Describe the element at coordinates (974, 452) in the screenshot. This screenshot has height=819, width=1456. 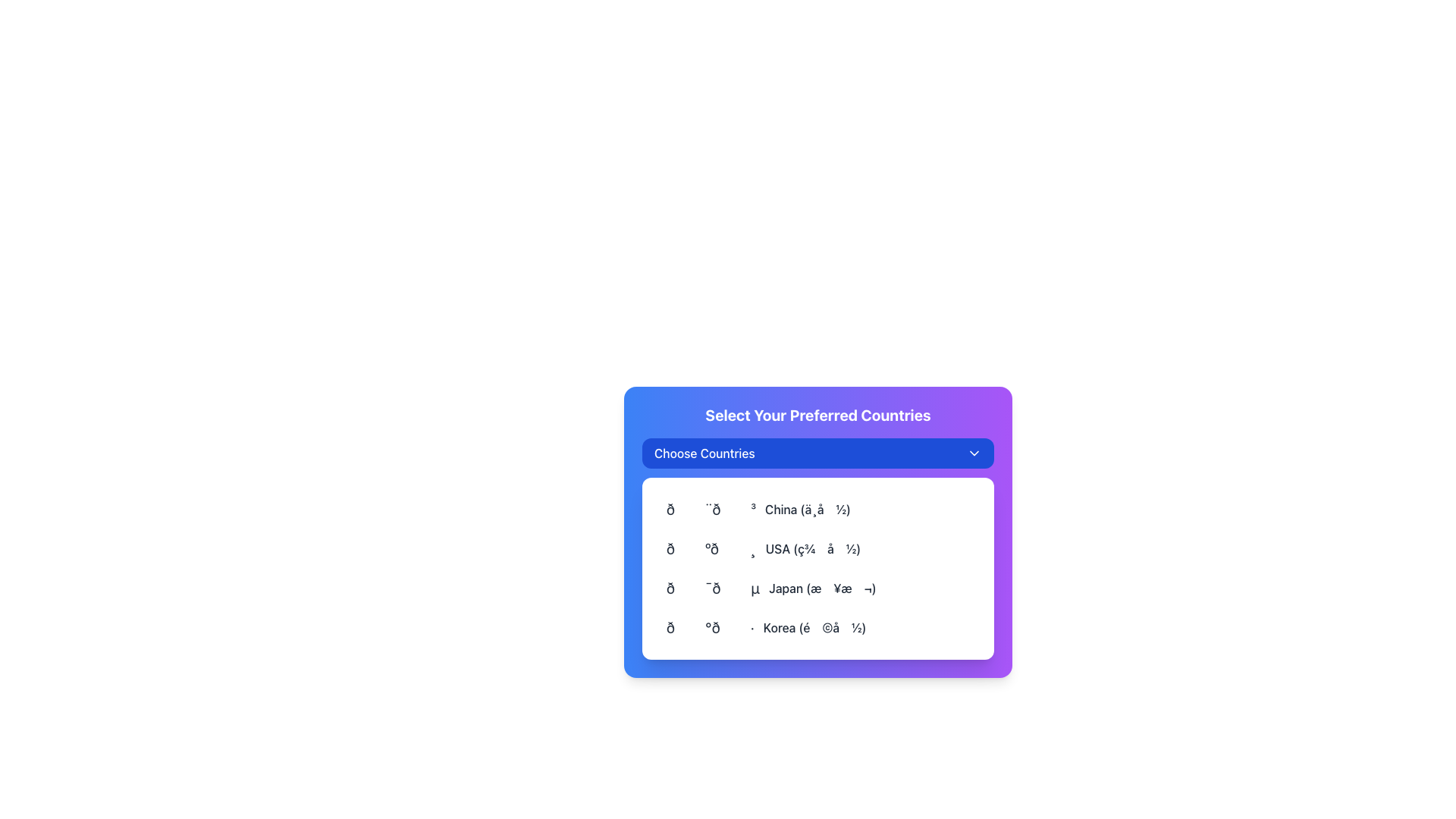
I see `the downward-facing chevron icon, which is located to the right of the 'Choose Countries' label` at that location.